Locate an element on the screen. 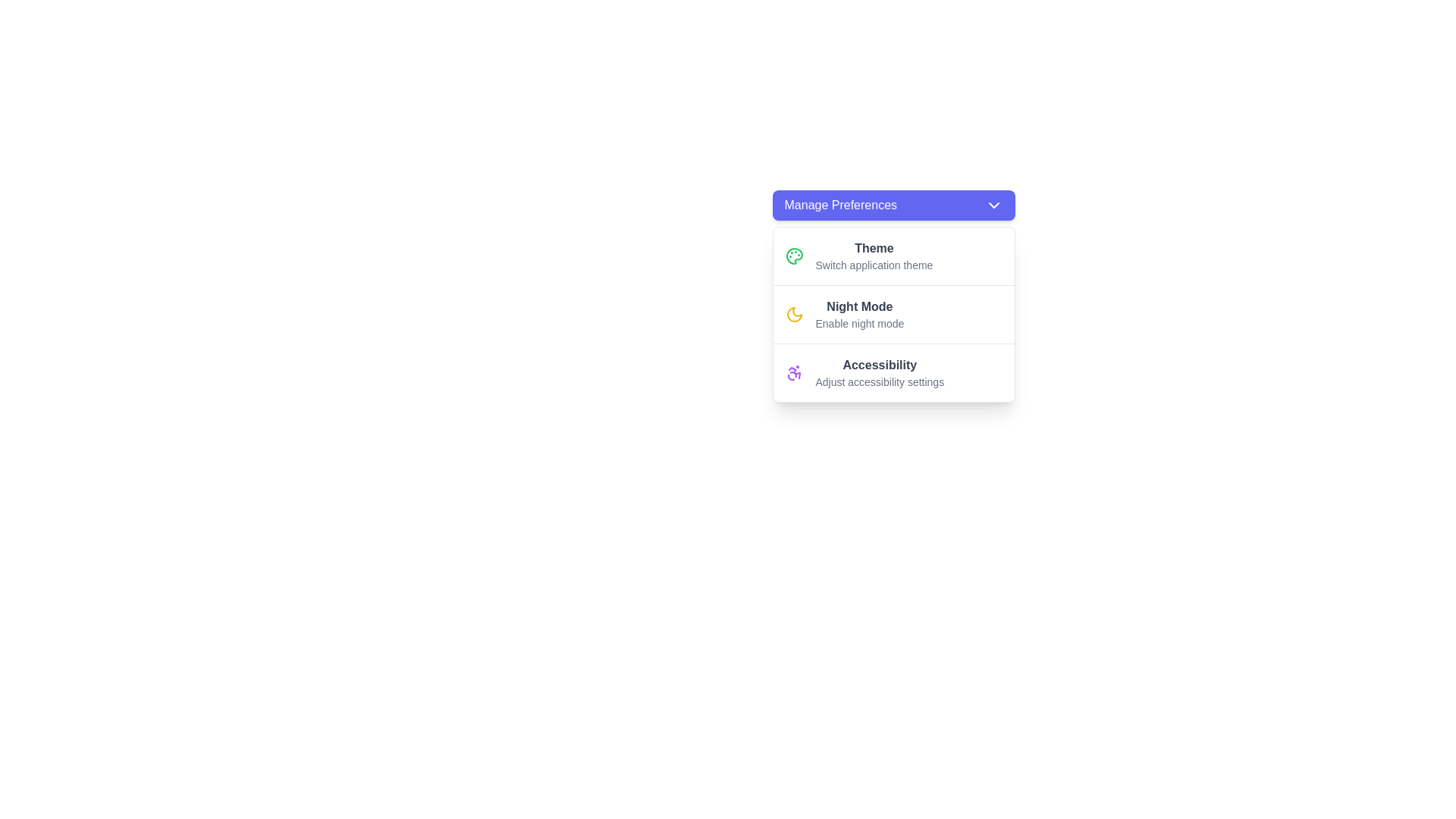 This screenshot has height=819, width=1456. keyboard navigation is located at coordinates (880, 381).